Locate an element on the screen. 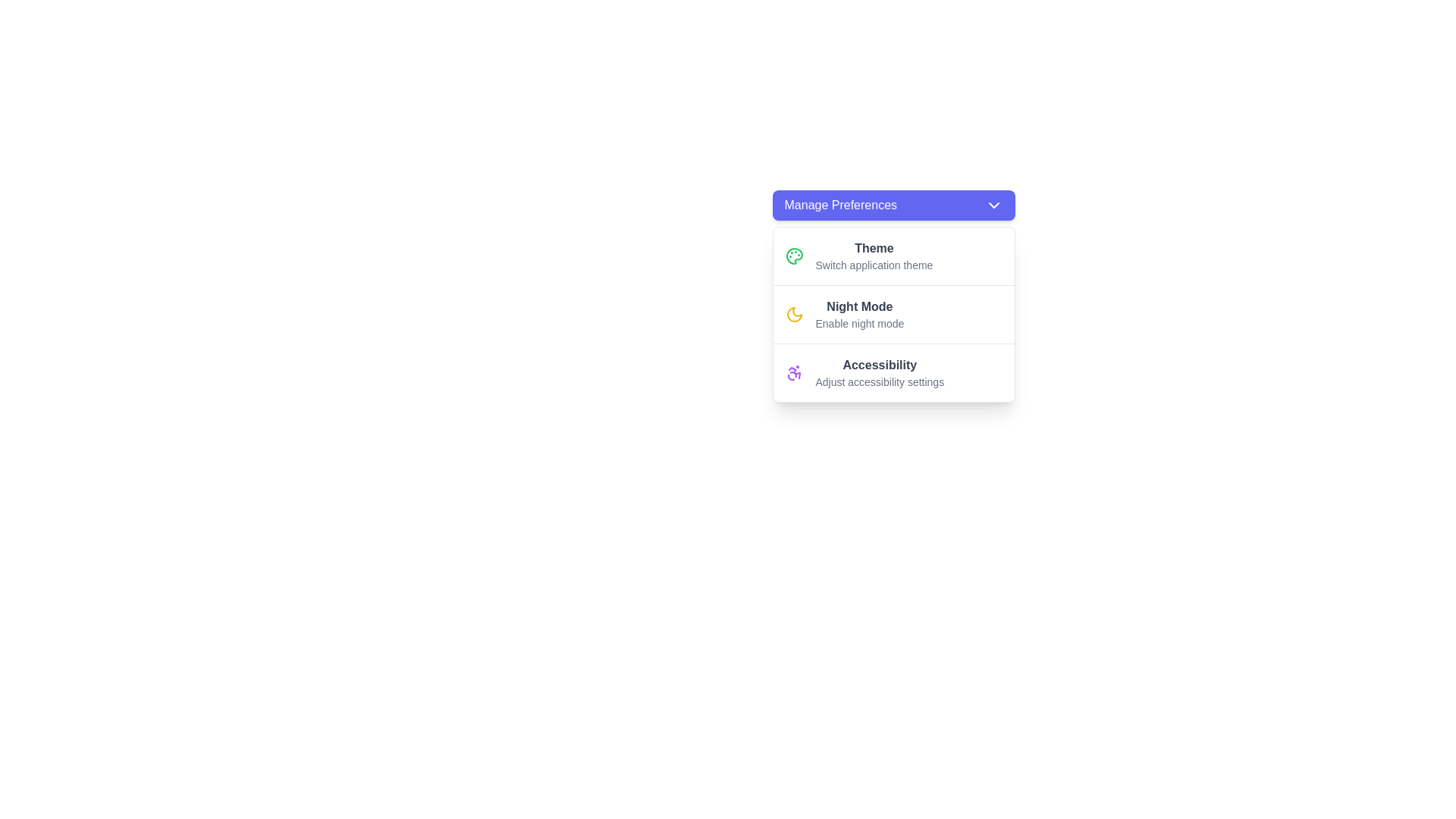 This screenshot has height=819, width=1456. keyboard navigation is located at coordinates (880, 381).